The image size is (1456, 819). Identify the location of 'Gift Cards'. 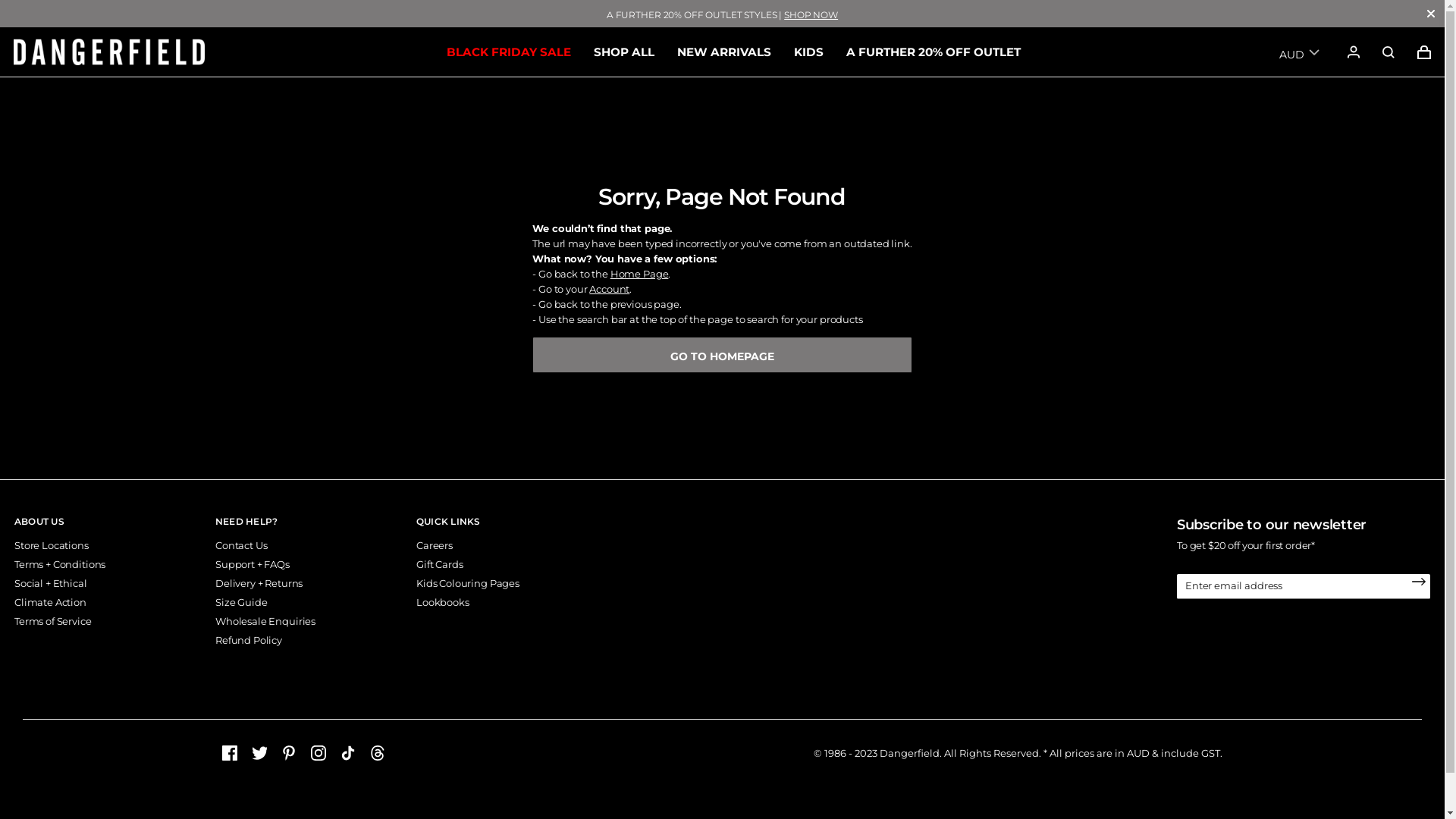
(439, 564).